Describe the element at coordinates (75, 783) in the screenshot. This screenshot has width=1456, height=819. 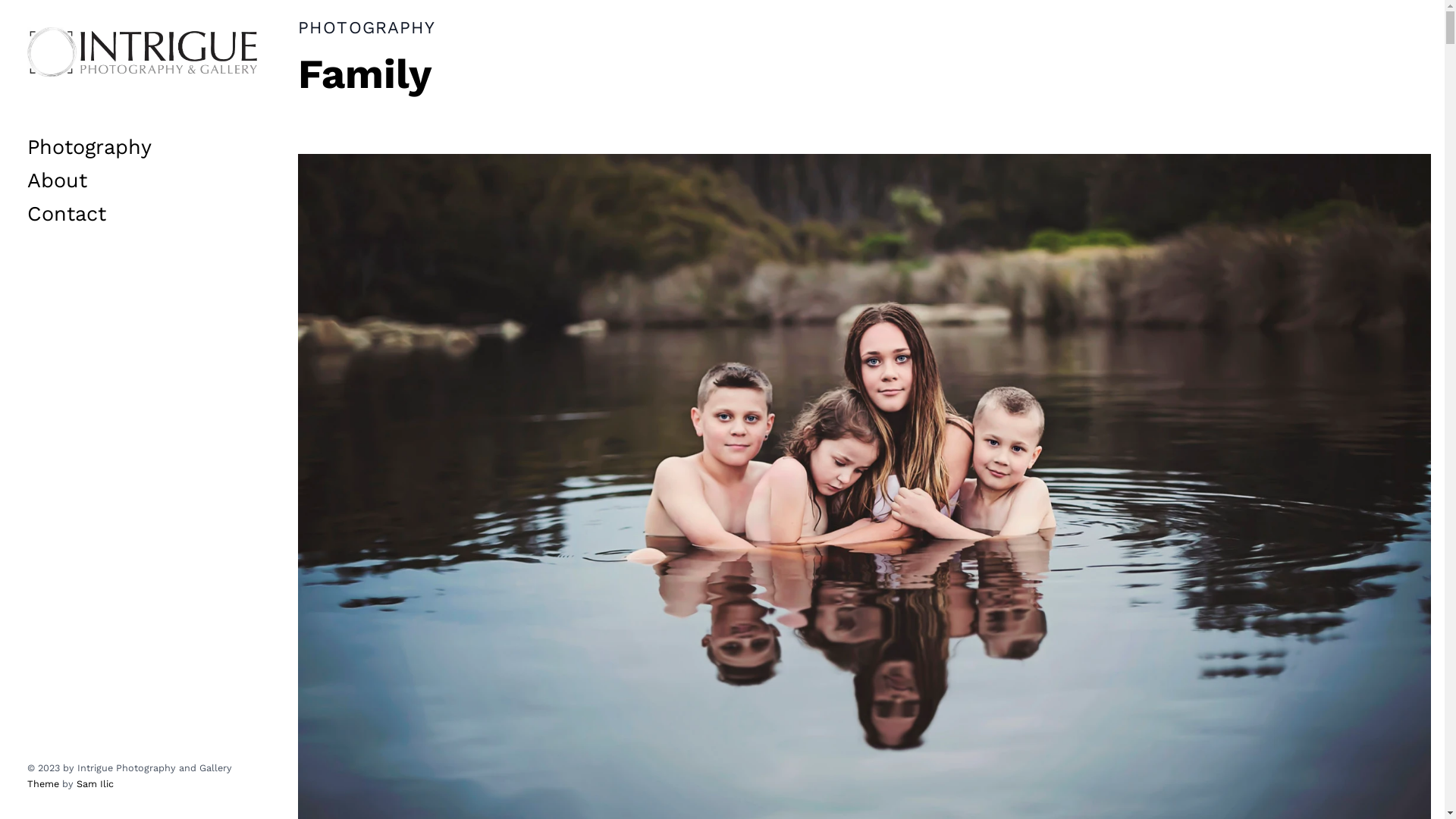
I see `'Sam Ilic'` at that location.